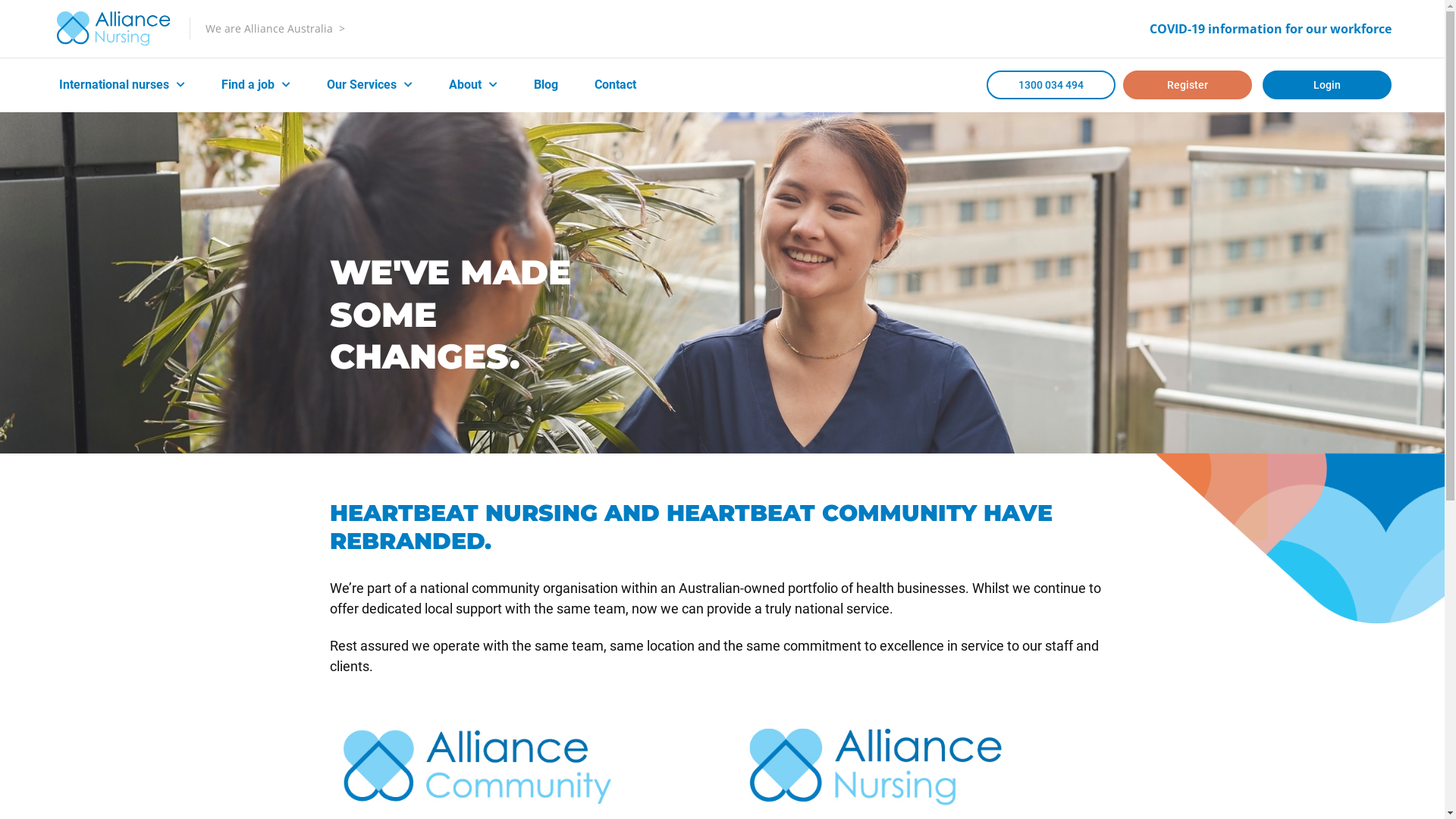 The width and height of the screenshot is (1456, 819). What do you see at coordinates (472, 84) in the screenshot?
I see `'About'` at bounding box center [472, 84].